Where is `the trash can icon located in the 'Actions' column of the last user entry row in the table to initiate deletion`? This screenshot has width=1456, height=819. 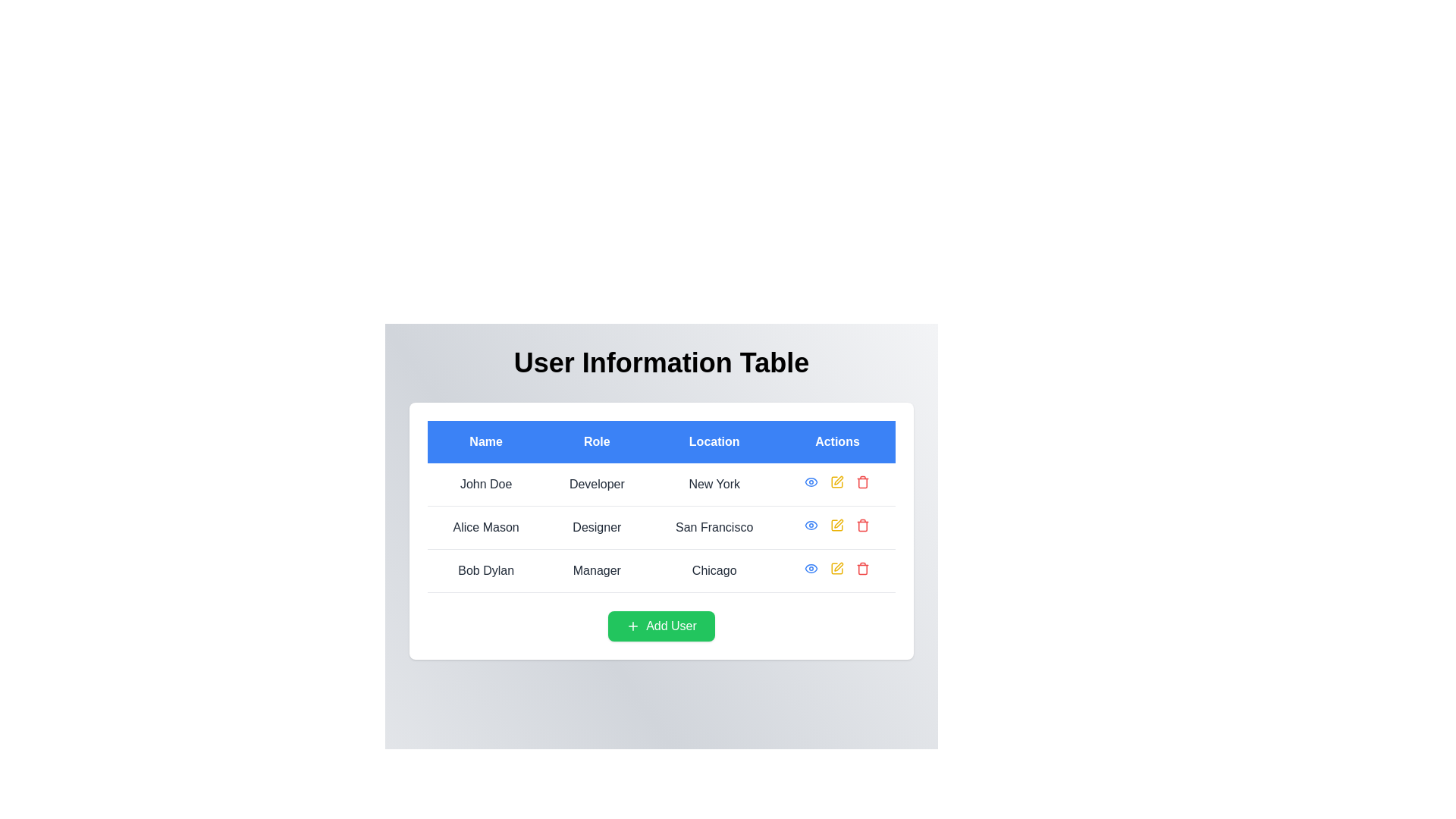 the trash can icon located in the 'Actions' column of the last user entry row in the table to initiate deletion is located at coordinates (863, 570).